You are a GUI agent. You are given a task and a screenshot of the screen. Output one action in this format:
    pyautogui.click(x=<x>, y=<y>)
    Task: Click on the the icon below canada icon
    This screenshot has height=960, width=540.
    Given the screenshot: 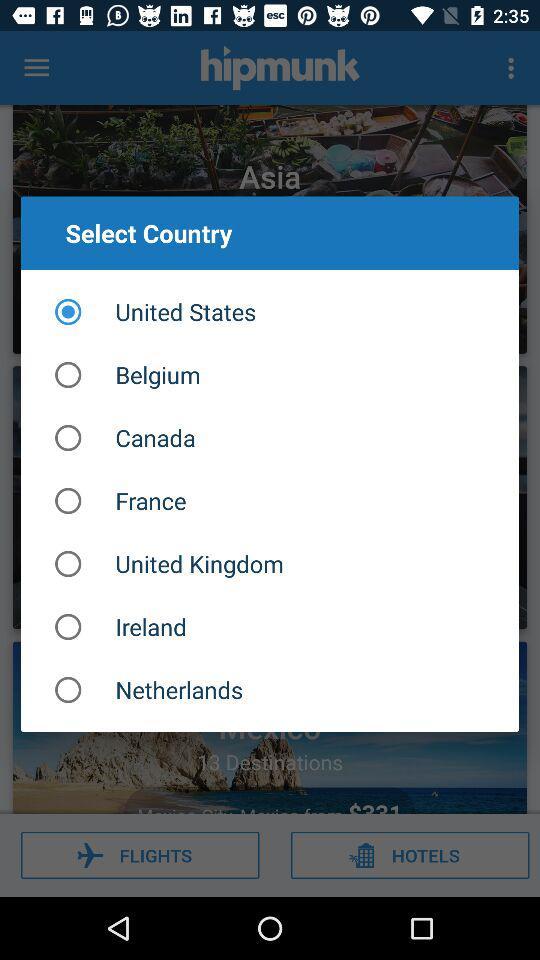 What is the action you would take?
    pyautogui.click(x=270, y=500)
    